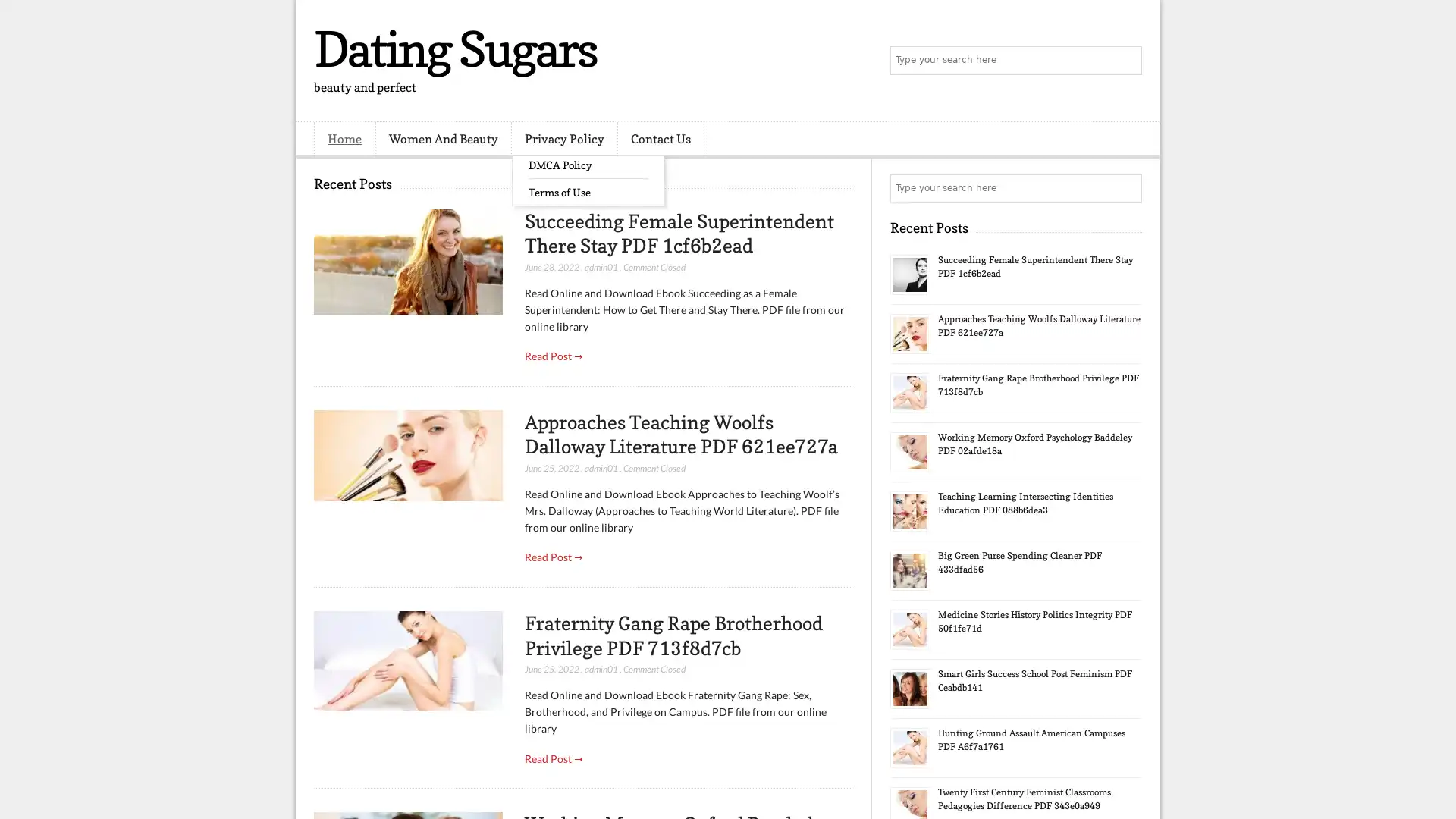 The image size is (1456, 819). I want to click on Search, so click(1126, 61).